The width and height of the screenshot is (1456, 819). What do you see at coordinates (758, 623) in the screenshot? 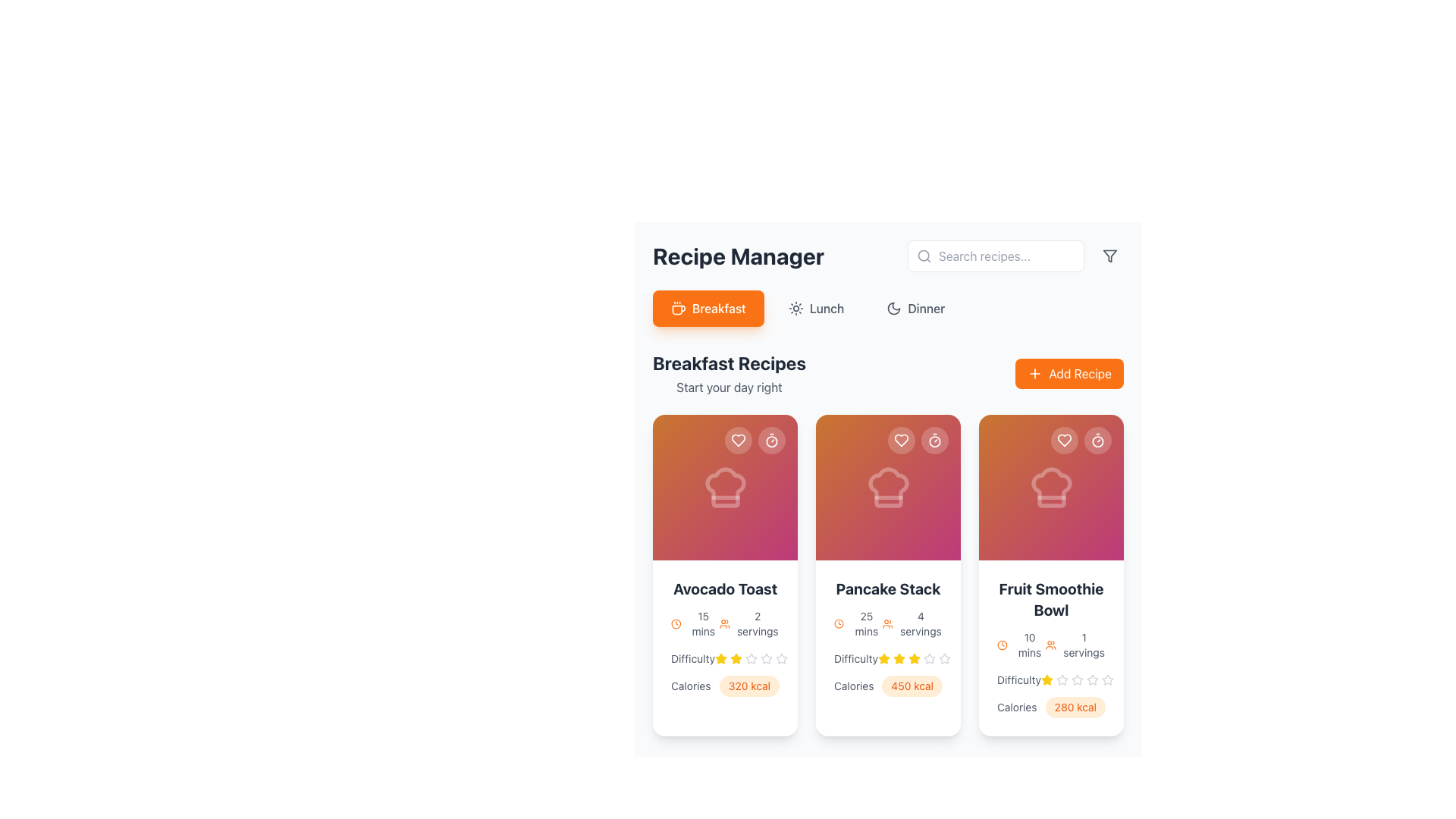
I see `the static text label indicating the number of servings for the recipe 'Avocado Toast', located in the first recipe card adjacent to the user icon` at bounding box center [758, 623].